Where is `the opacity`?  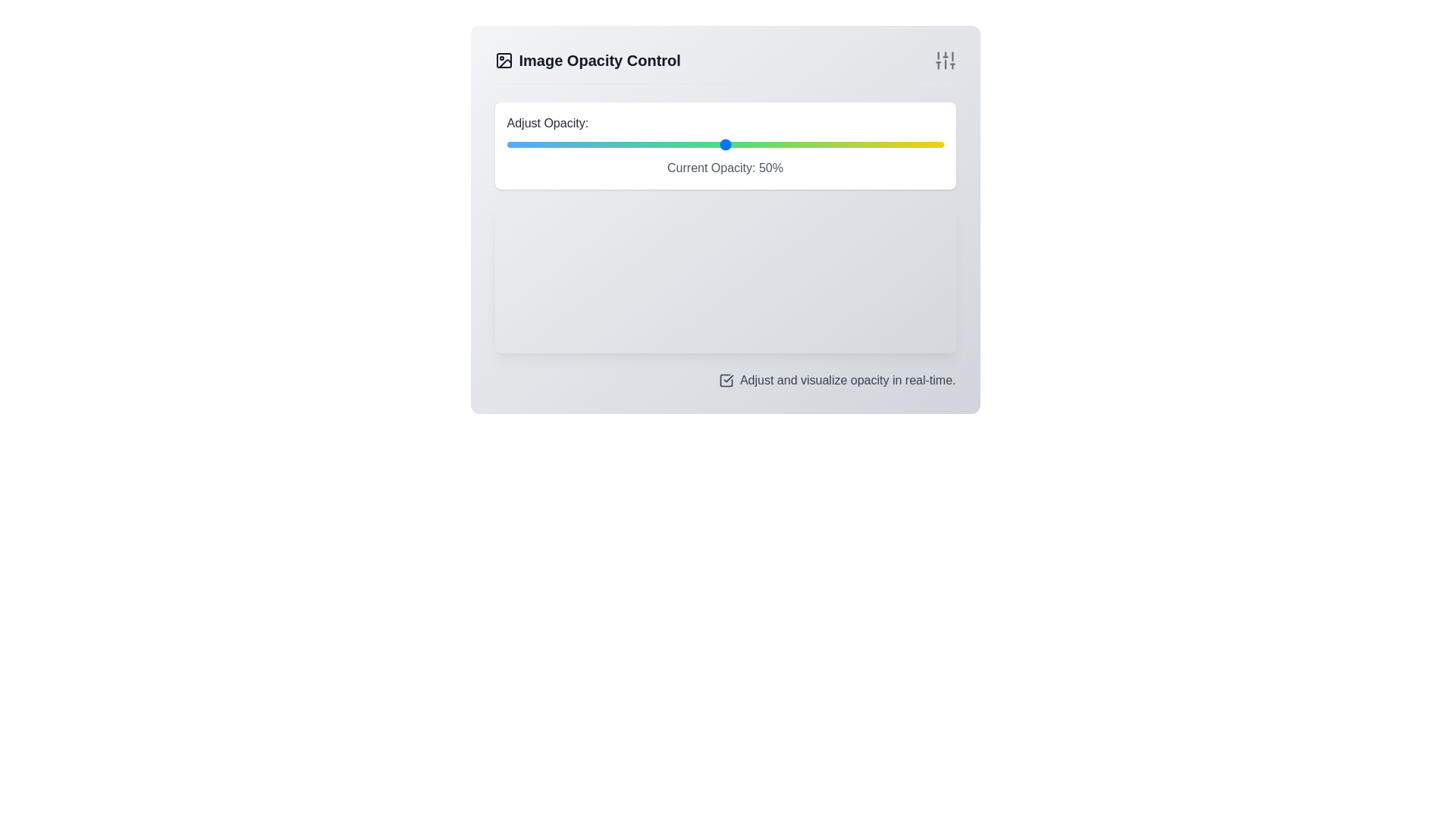 the opacity is located at coordinates (524, 145).